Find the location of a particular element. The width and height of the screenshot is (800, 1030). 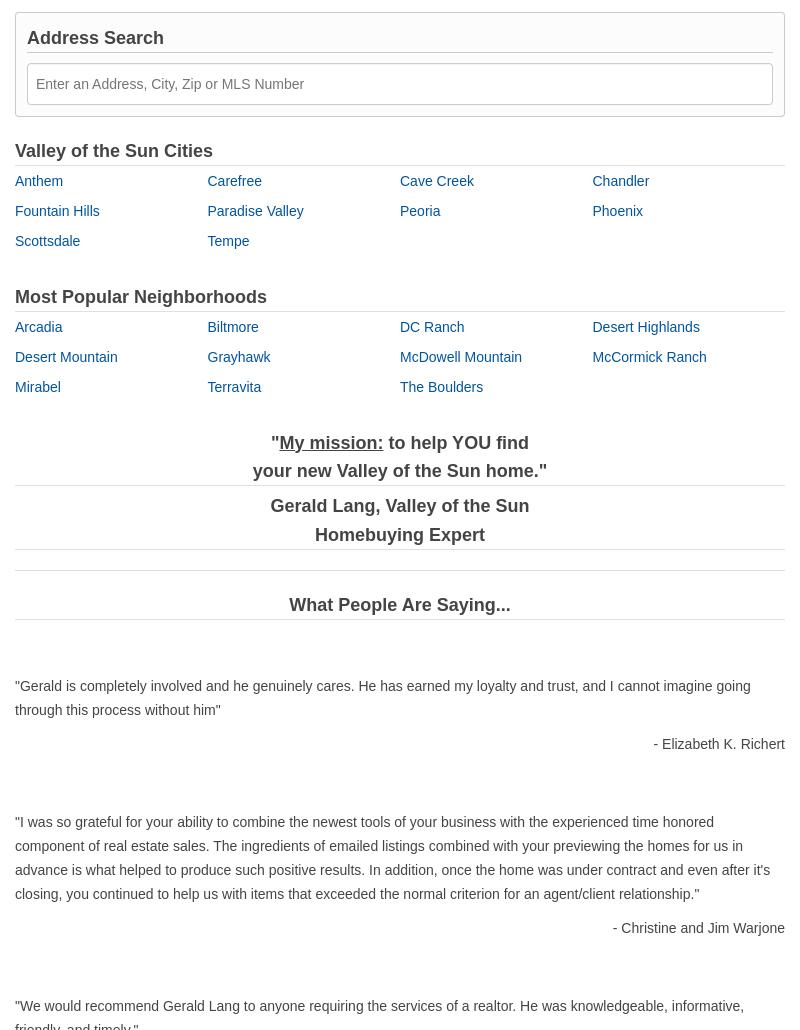

'Scottsdale' is located at coordinates (46, 239).